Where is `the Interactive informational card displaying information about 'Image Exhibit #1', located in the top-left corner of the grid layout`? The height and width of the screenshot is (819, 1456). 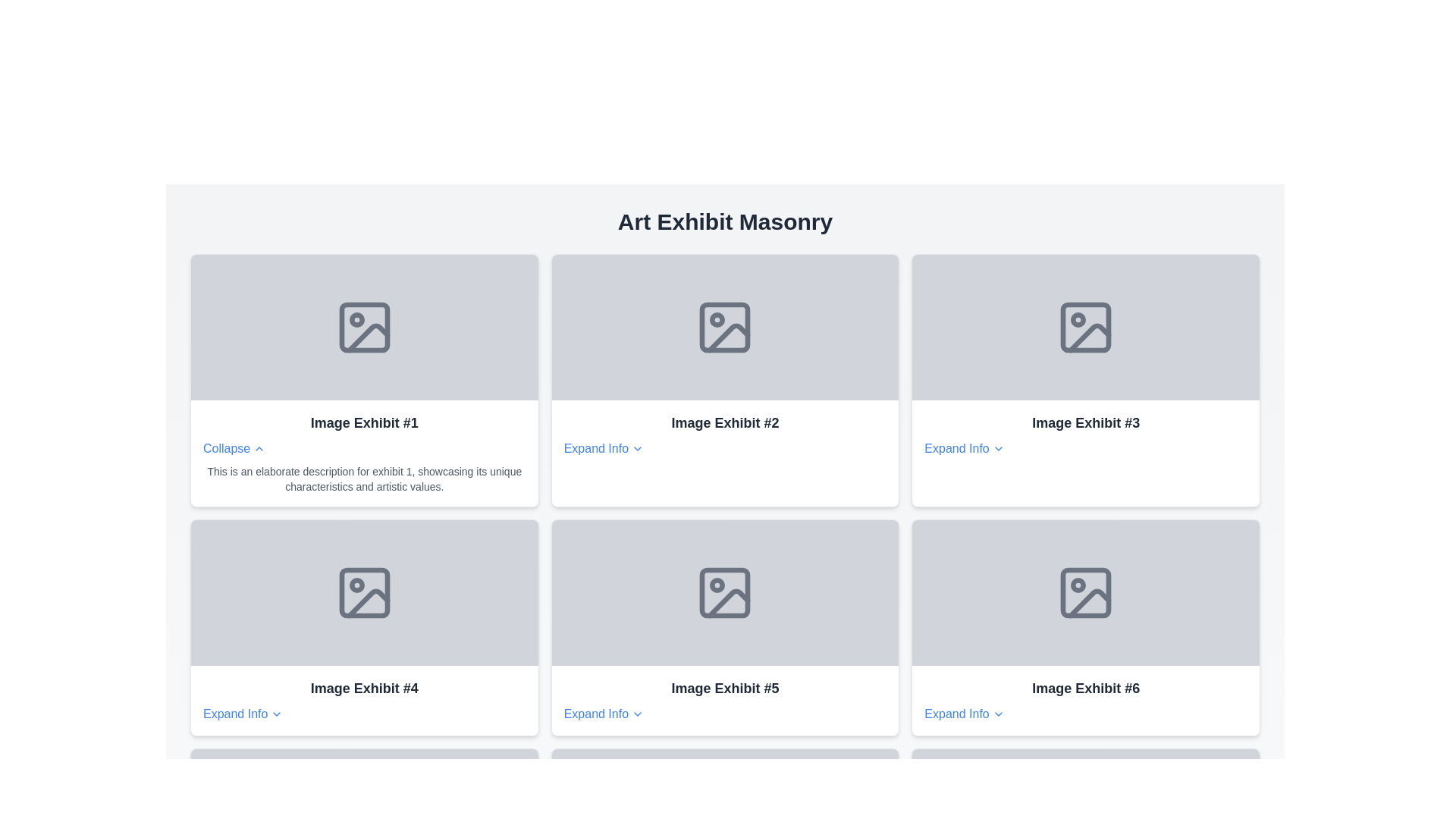
the Interactive informational card displaying information about 'Image Exhibit #1', located in the top-left corner of the grid layout is located at coordinates (364, 379).